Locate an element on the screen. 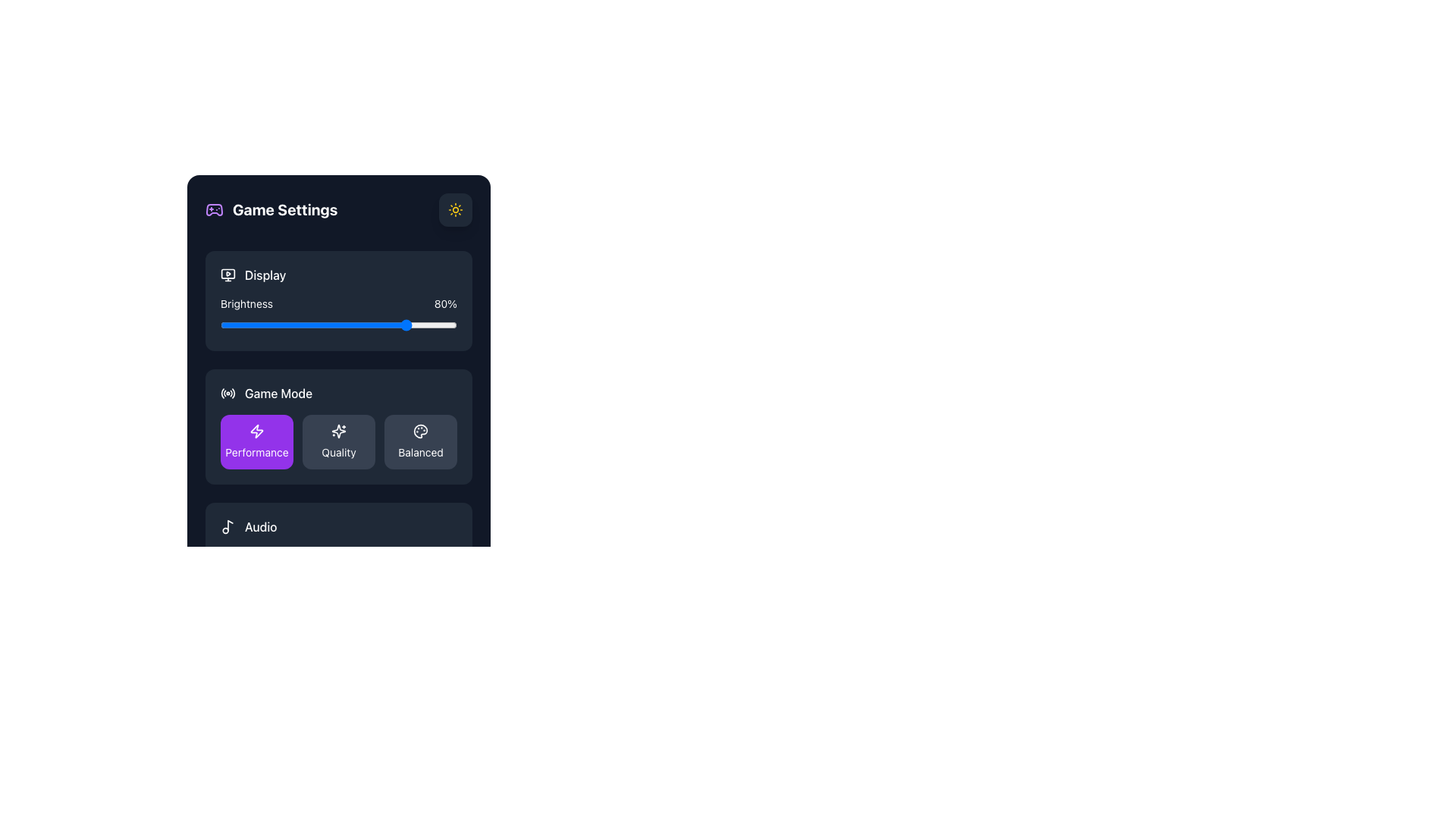 The image size is (1456, 819). text label for the 'Performance' button, which identifies the function of this interactive option within the 'Game Mode' settings is located at coordinates (257, 452).